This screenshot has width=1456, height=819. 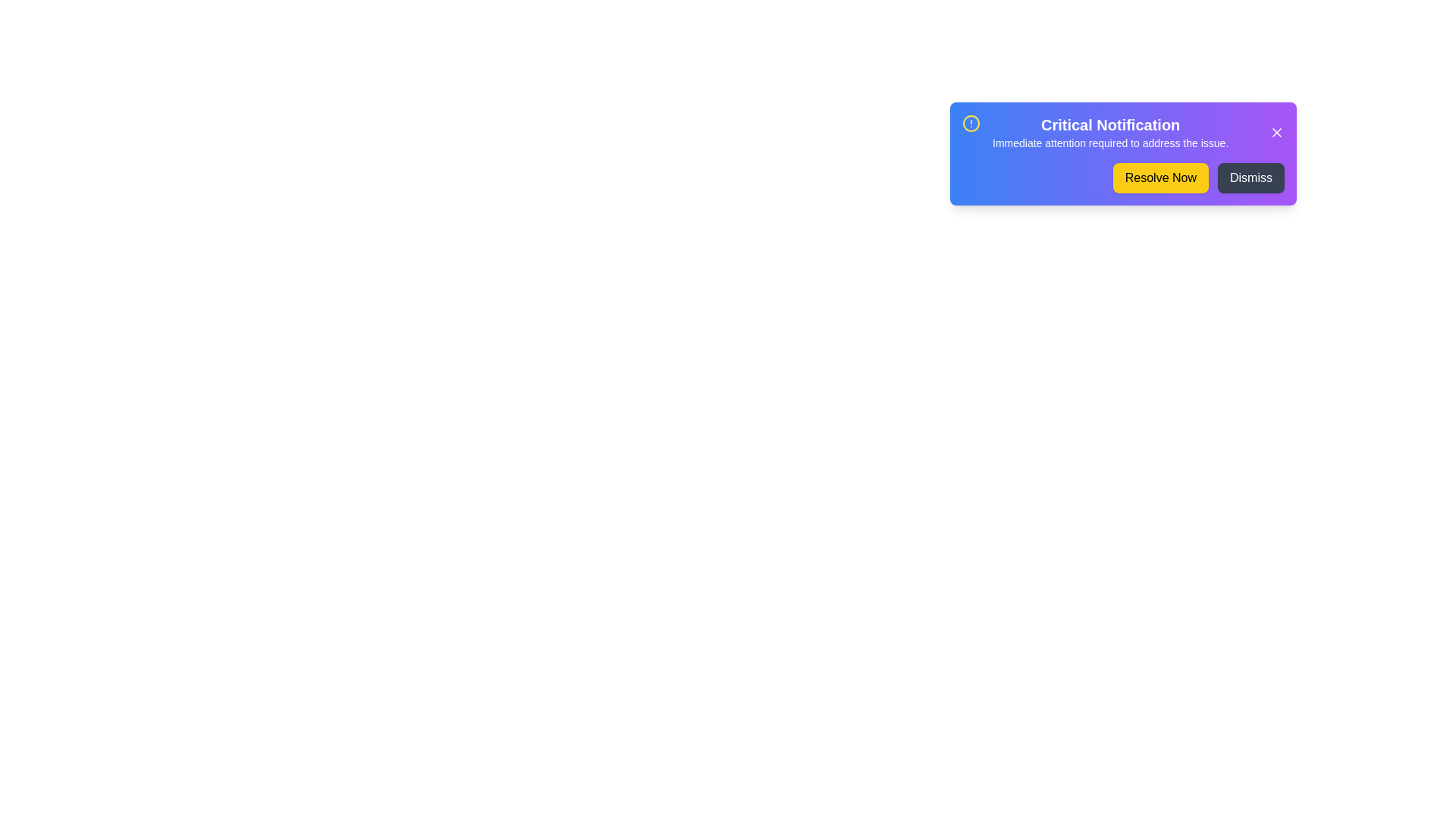 I want to click on the button located near the right end of the notification box titled 'Critical Notification', so click(x=1159, y=177).